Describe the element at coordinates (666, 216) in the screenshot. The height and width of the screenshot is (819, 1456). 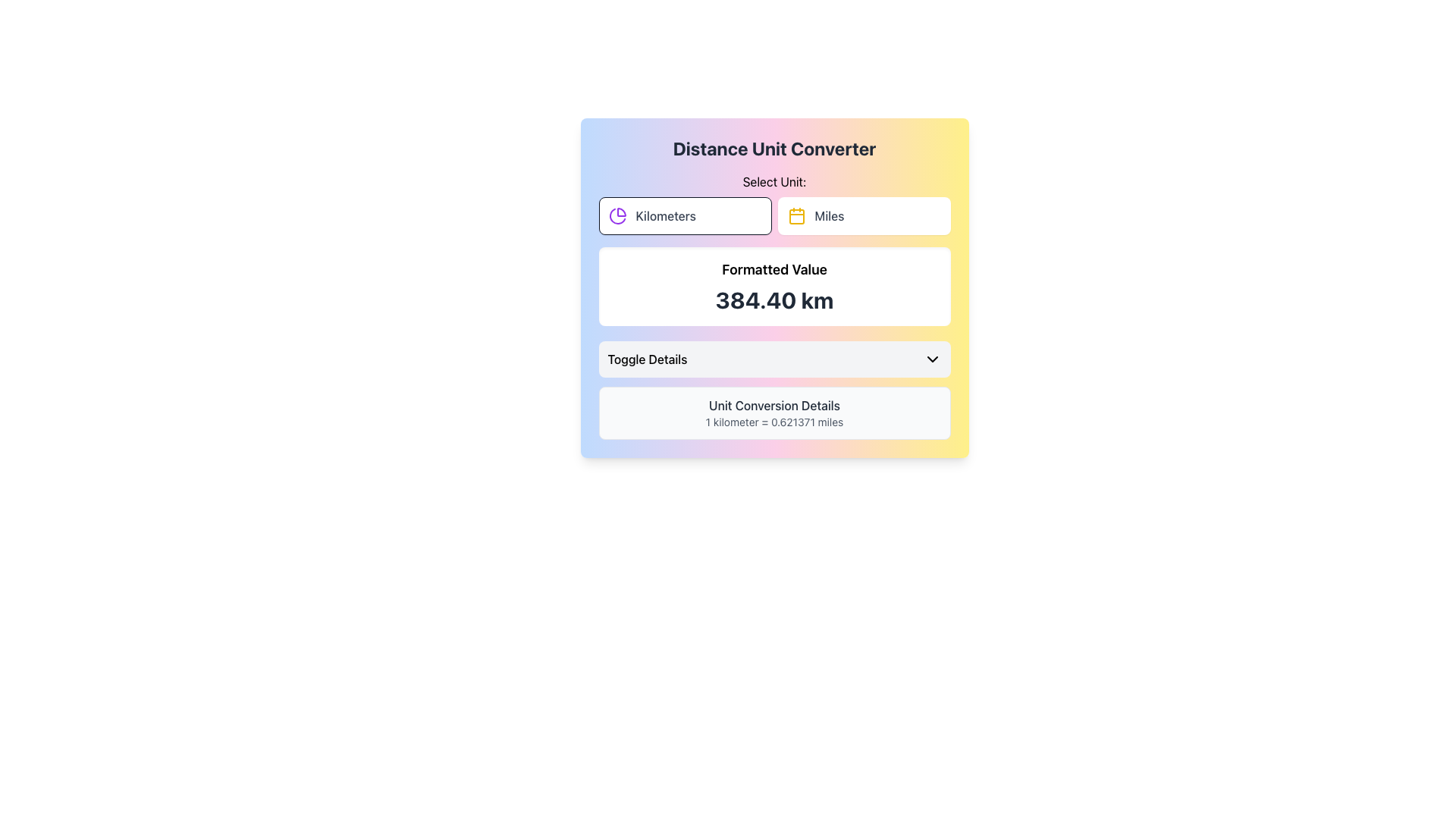
I see `the Static Text element displaying 'Kilometers', which is styled with medium-weight gray font and is located to the right of a small pie chart icon in the 'Select Unit' section of the interface` at that location.